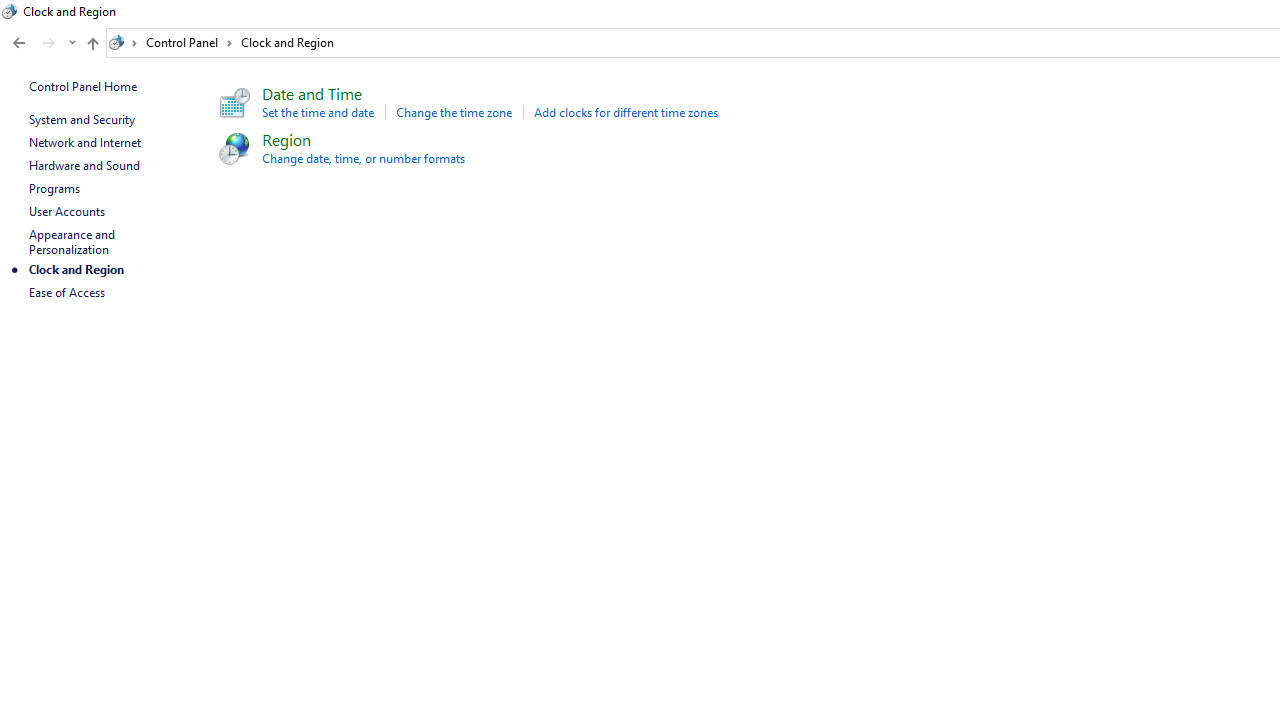 The width and height of the screenshot is (1280, 720). Describe the element at coordinates (67, 292) in the screenshot. I see `'Ease of Access'` at that location.